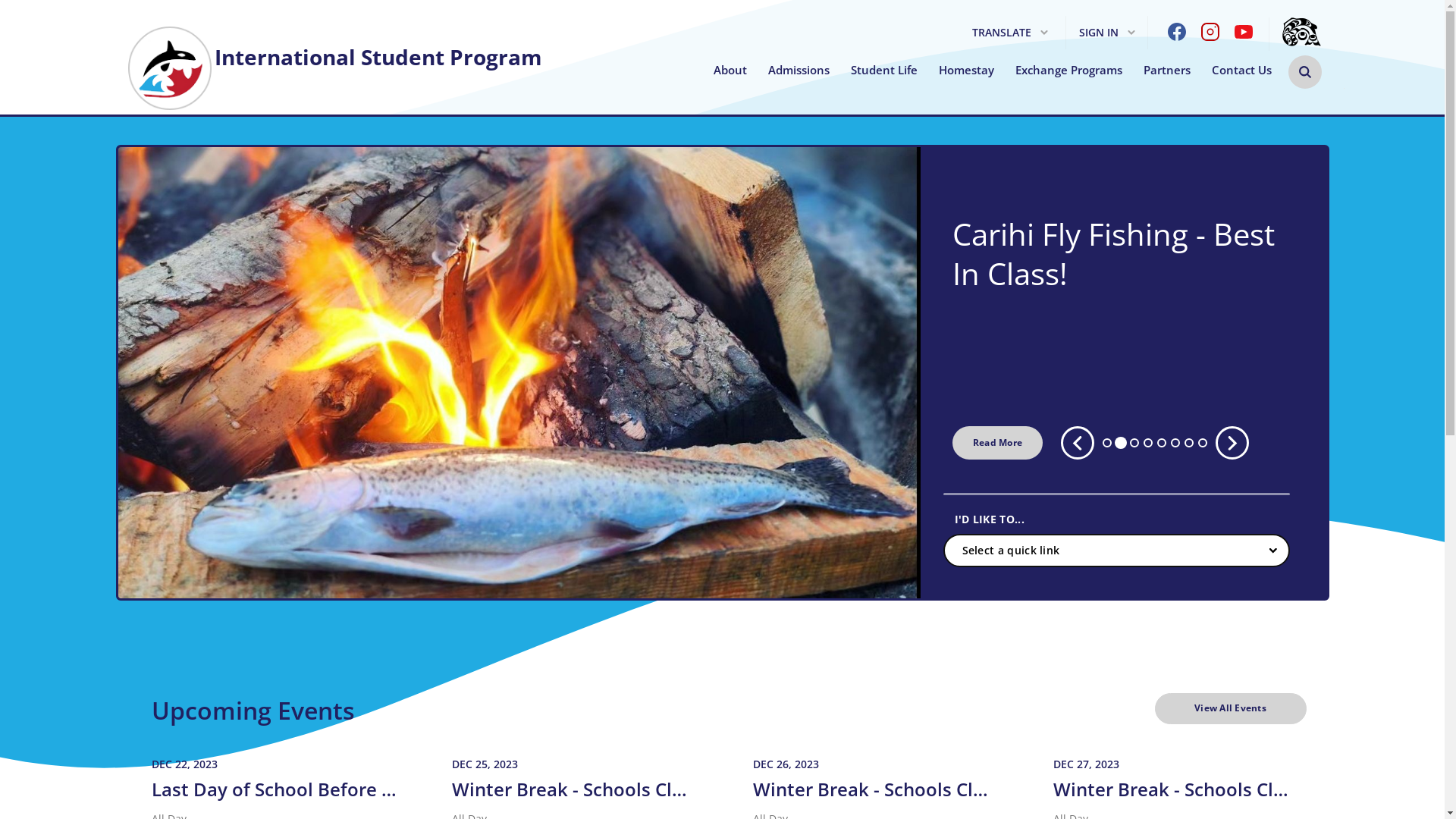 The height and width of the screenshot is (819, 1456). I want to click on 'Admissions', so click(797, 70).